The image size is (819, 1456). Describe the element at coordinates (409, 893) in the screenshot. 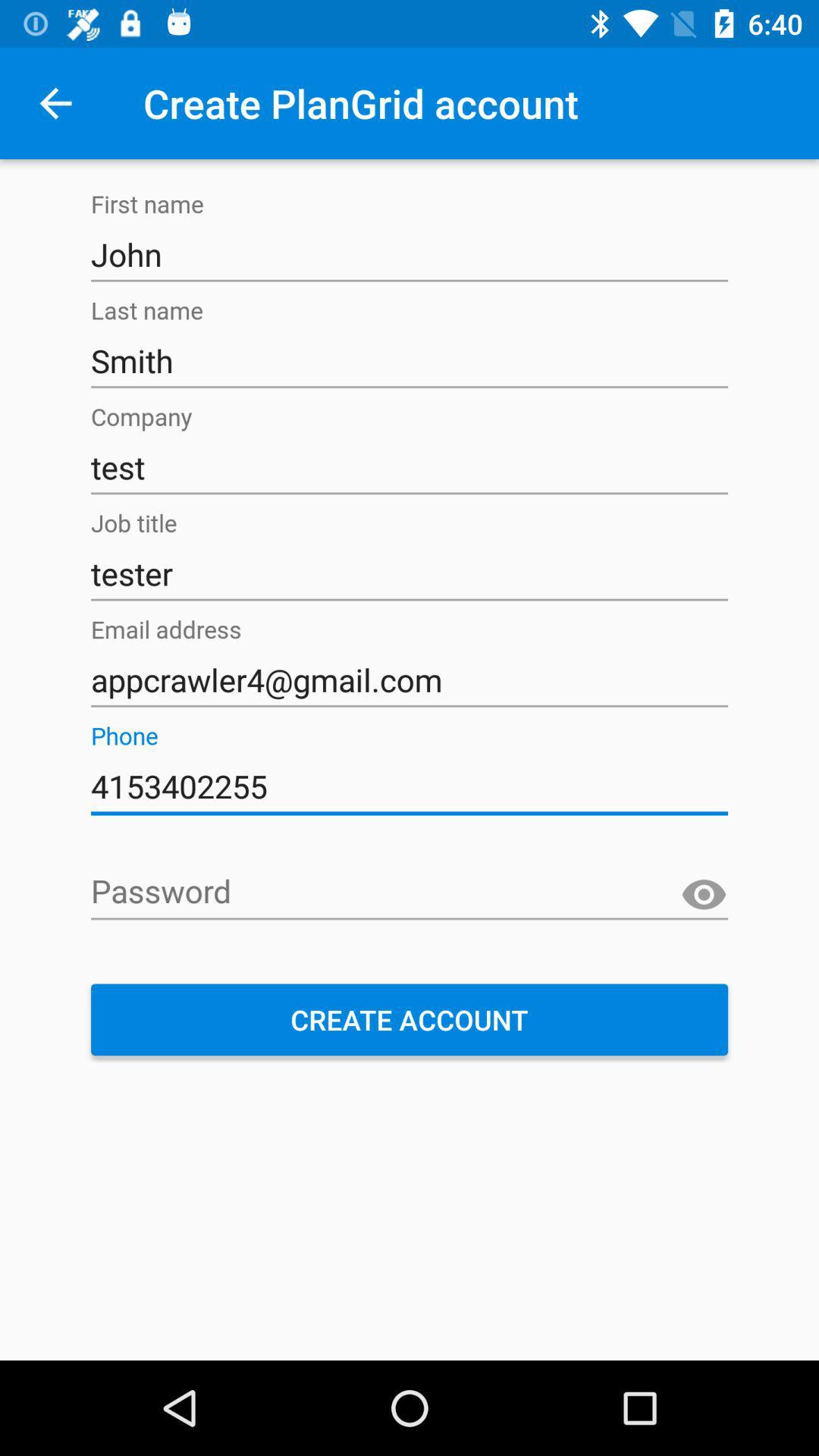

I see `item below 4153402255 item` at that location.